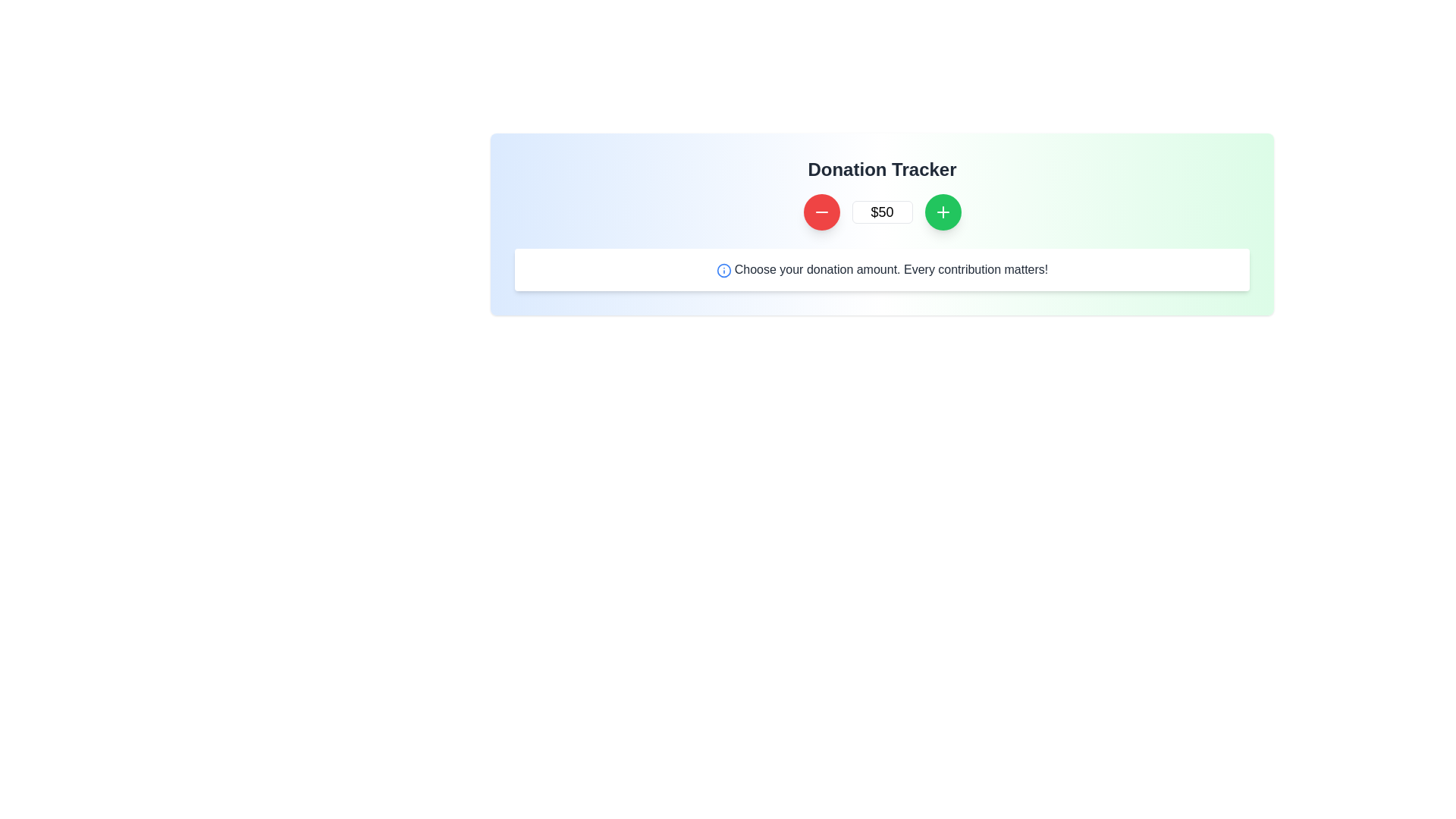 This screenshot has height=819, width=1456. Describe the element at coordinates (882, 169) in the screenshot. I see `the 'Donation Tracker' text label, which serves as the title indicating the purpose of the interface, located centrally at the top of the section` at that location.